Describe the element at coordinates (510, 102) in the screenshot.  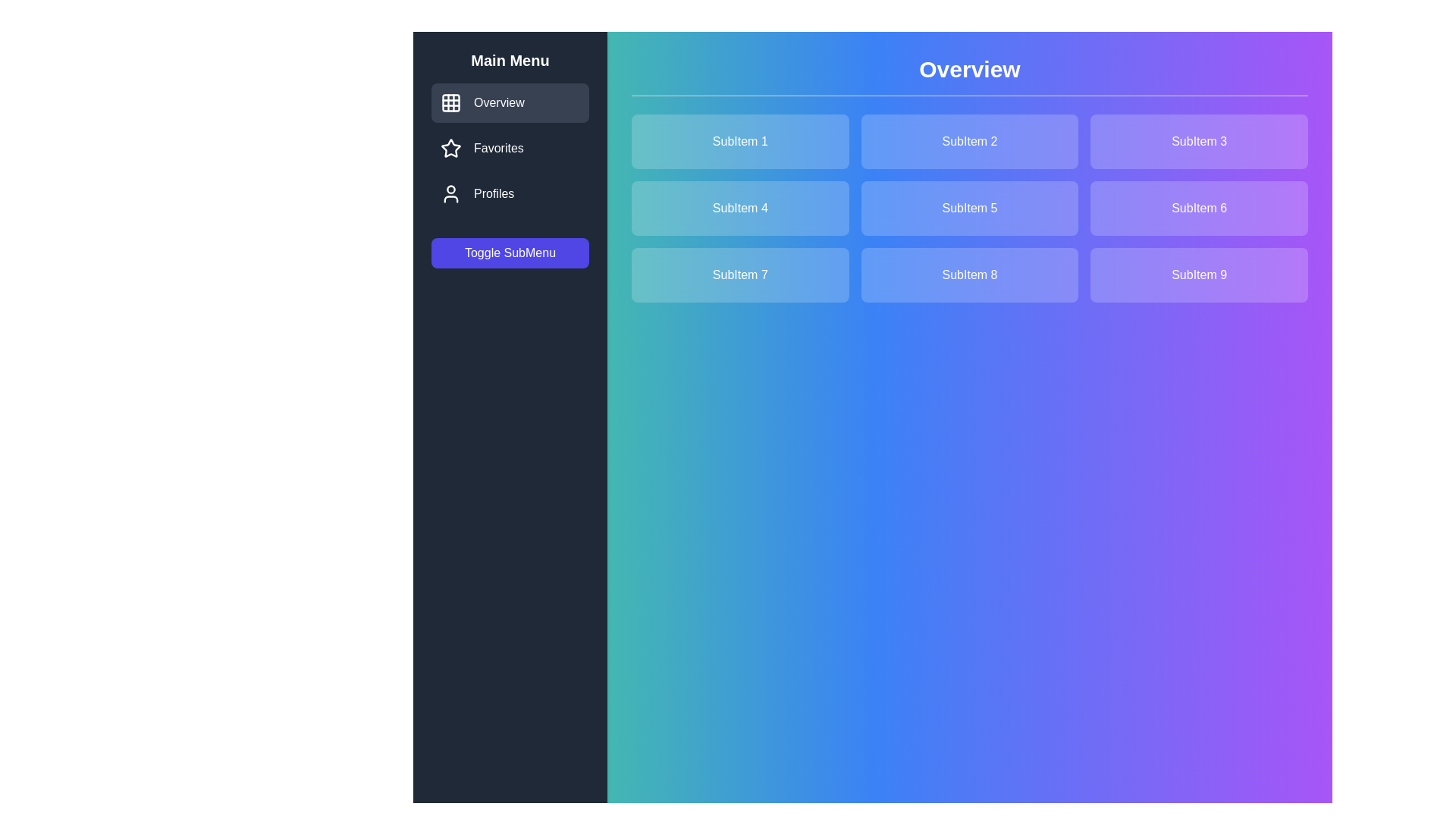
I see `the menu item Overview to navigate to its corresponding view` at that location.